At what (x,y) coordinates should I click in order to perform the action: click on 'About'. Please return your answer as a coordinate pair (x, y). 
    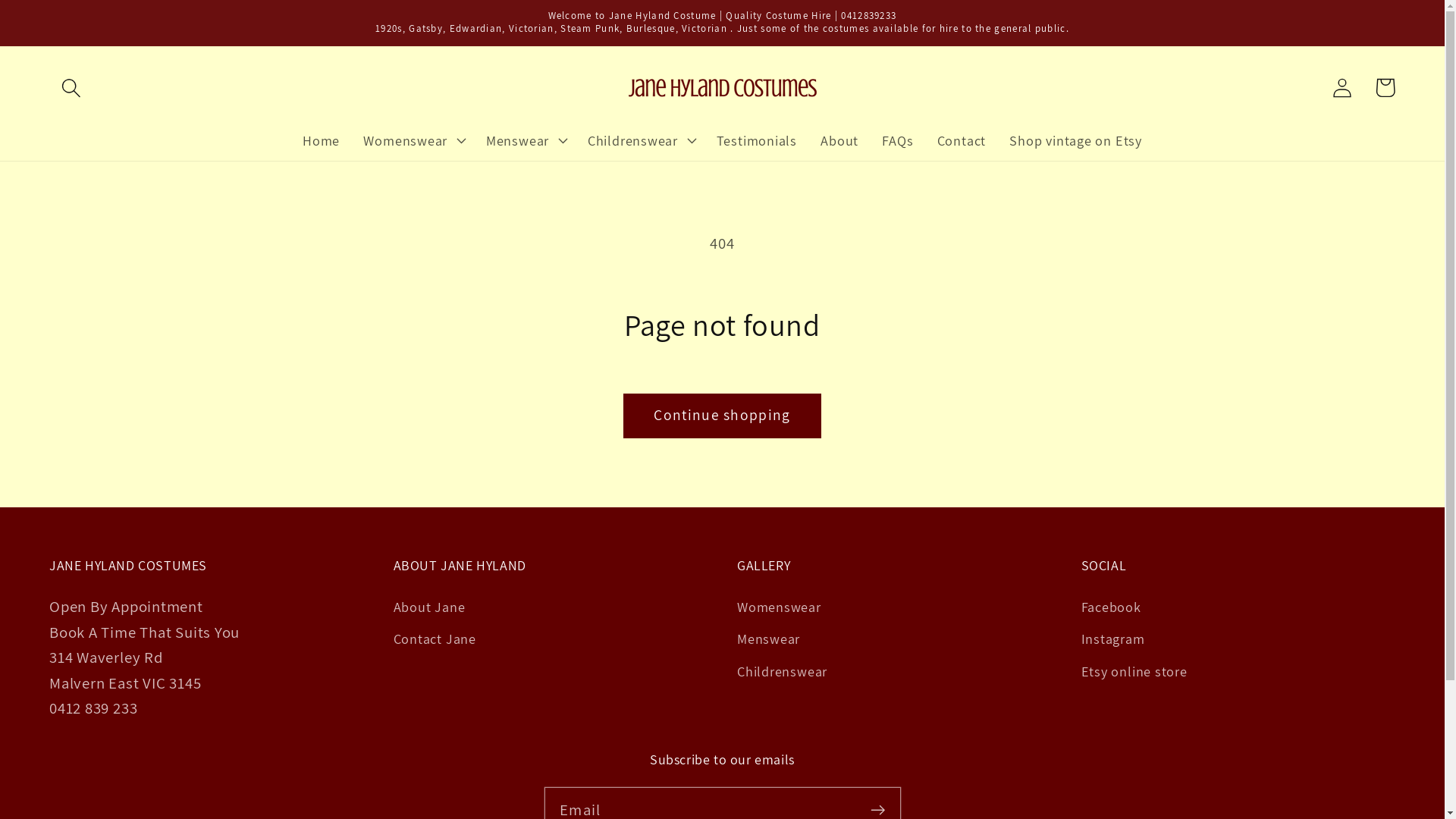
    Looking at the image, I should click on (839, 140).